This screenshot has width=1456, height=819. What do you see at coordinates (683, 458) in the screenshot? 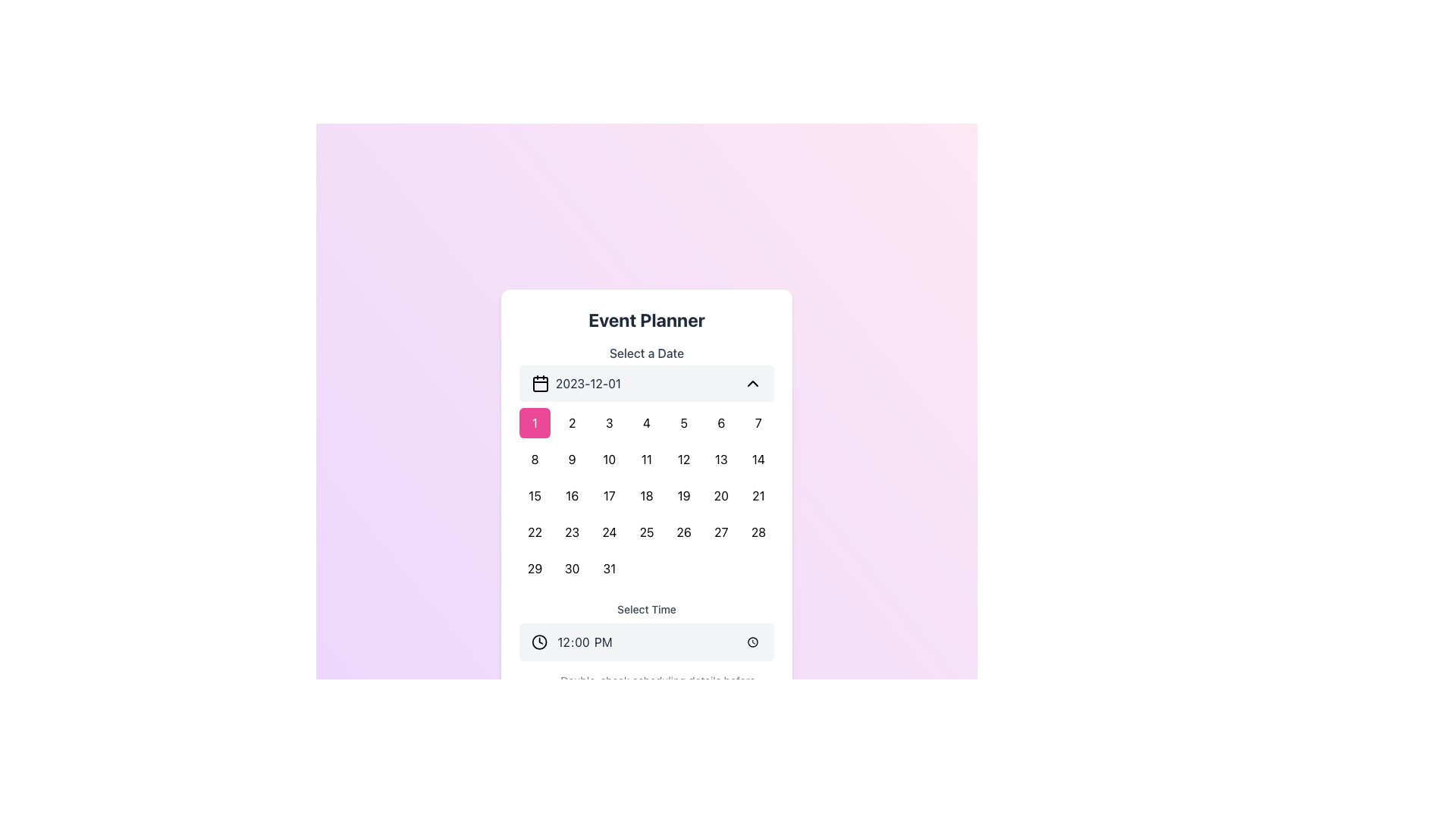
I see `the calendar button representing the 12th day of the month located in the second row and sixth column of the grid-like calendar interface` at bounding box center [683, 458].